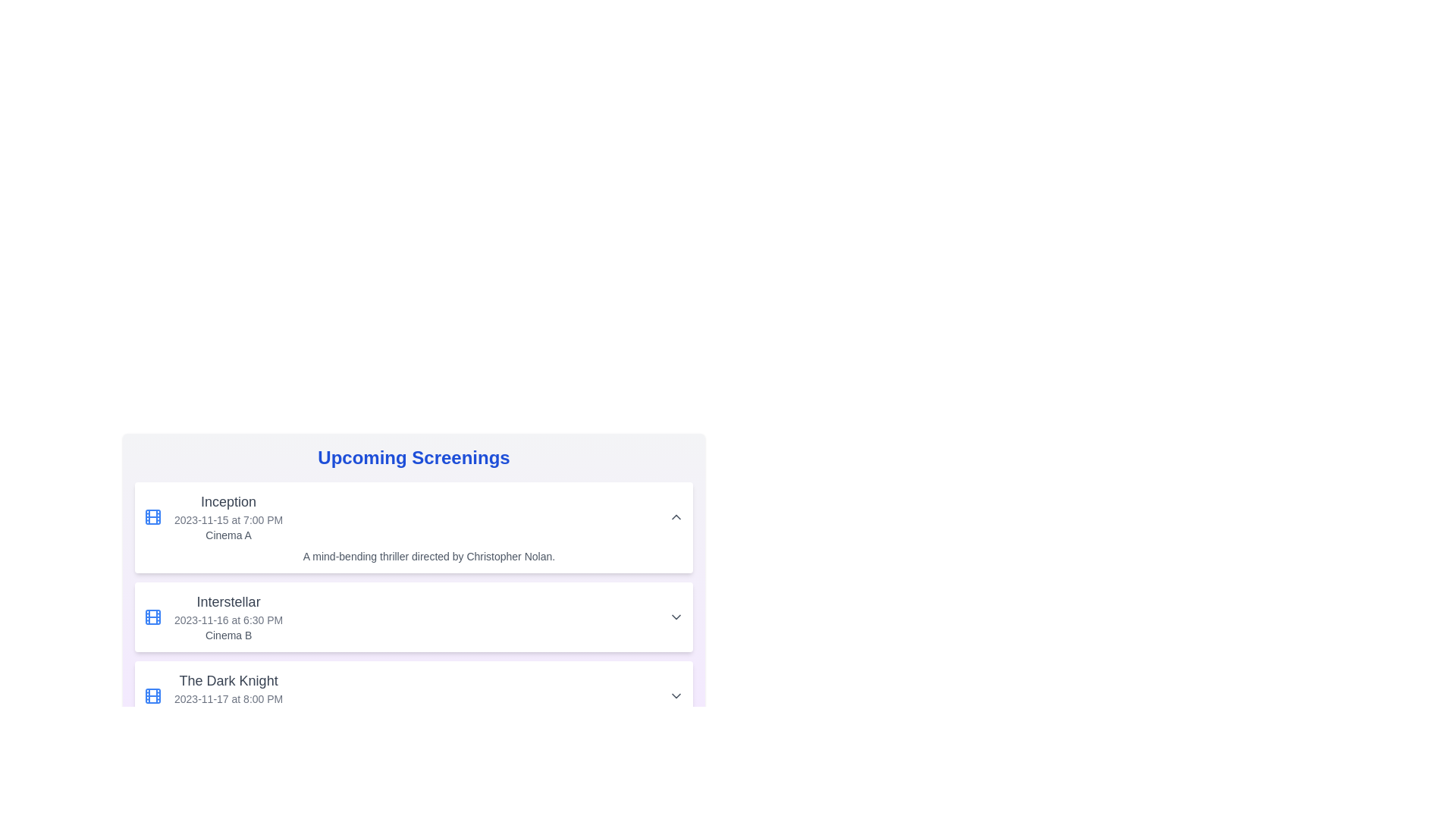 The height and width of the screenshot is (819, 1456). I want to click on the stylized film reel icon located to the left of the text 'The Dark Knight 2023-11-17 at 8:00 PM Cinema C' for visual identification, so click(152, 696).